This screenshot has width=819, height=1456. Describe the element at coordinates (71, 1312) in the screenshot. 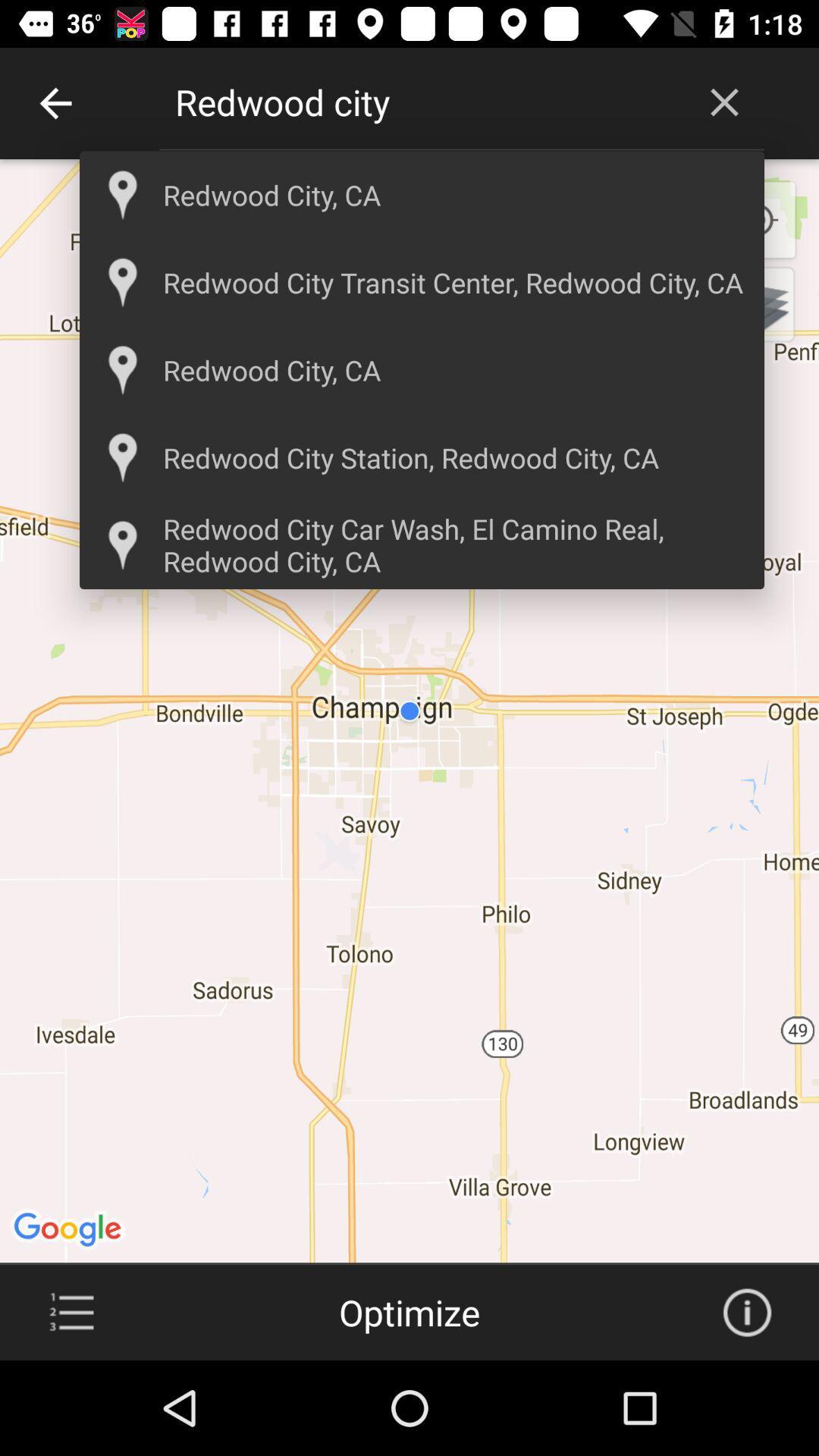

I see `open menu option` at that location.